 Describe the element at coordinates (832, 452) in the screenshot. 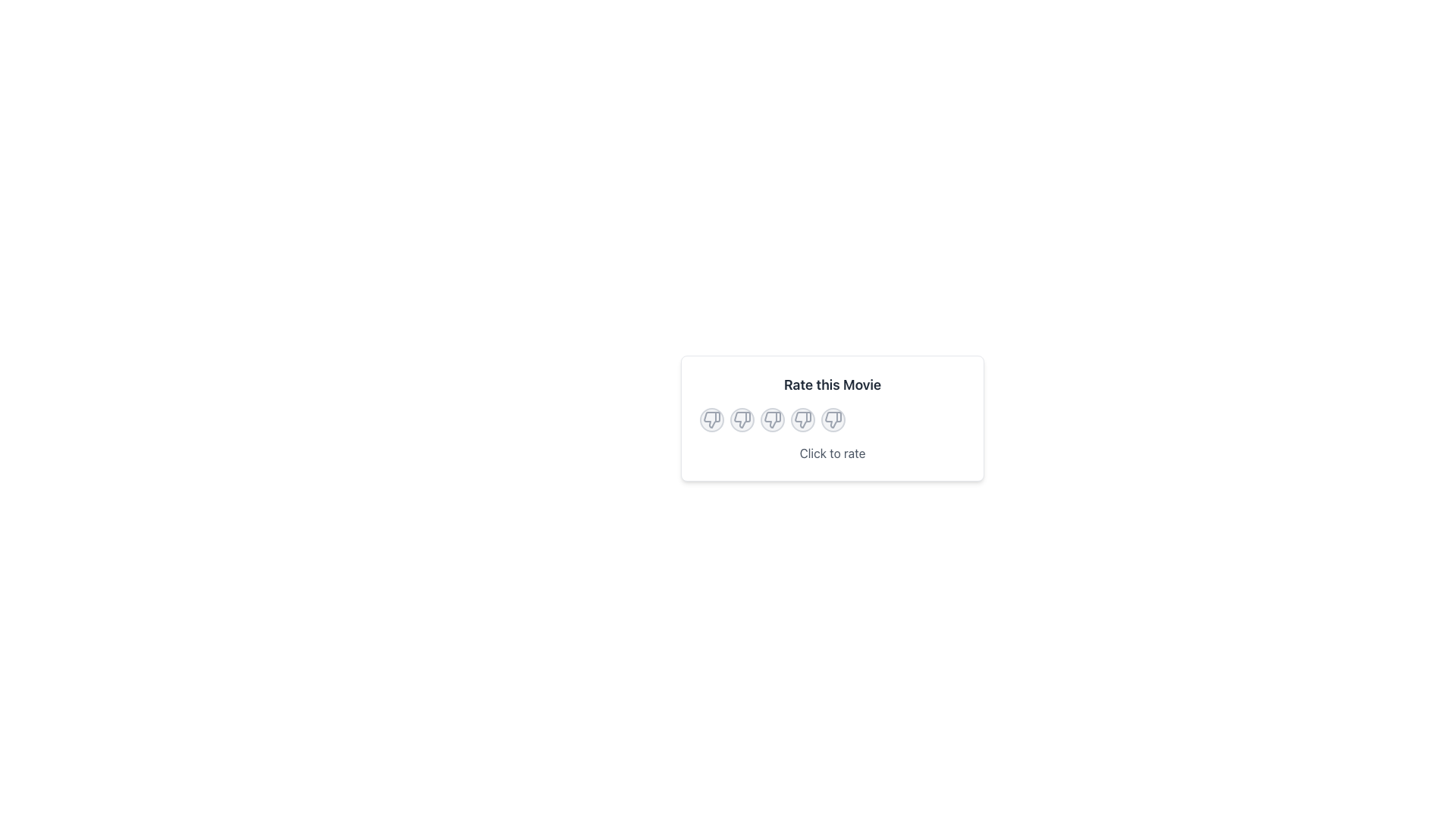

I see `the descriptive text label located below the thumbs-up/thumbs-down icons in the 'Rate this Movie' card` at that location.